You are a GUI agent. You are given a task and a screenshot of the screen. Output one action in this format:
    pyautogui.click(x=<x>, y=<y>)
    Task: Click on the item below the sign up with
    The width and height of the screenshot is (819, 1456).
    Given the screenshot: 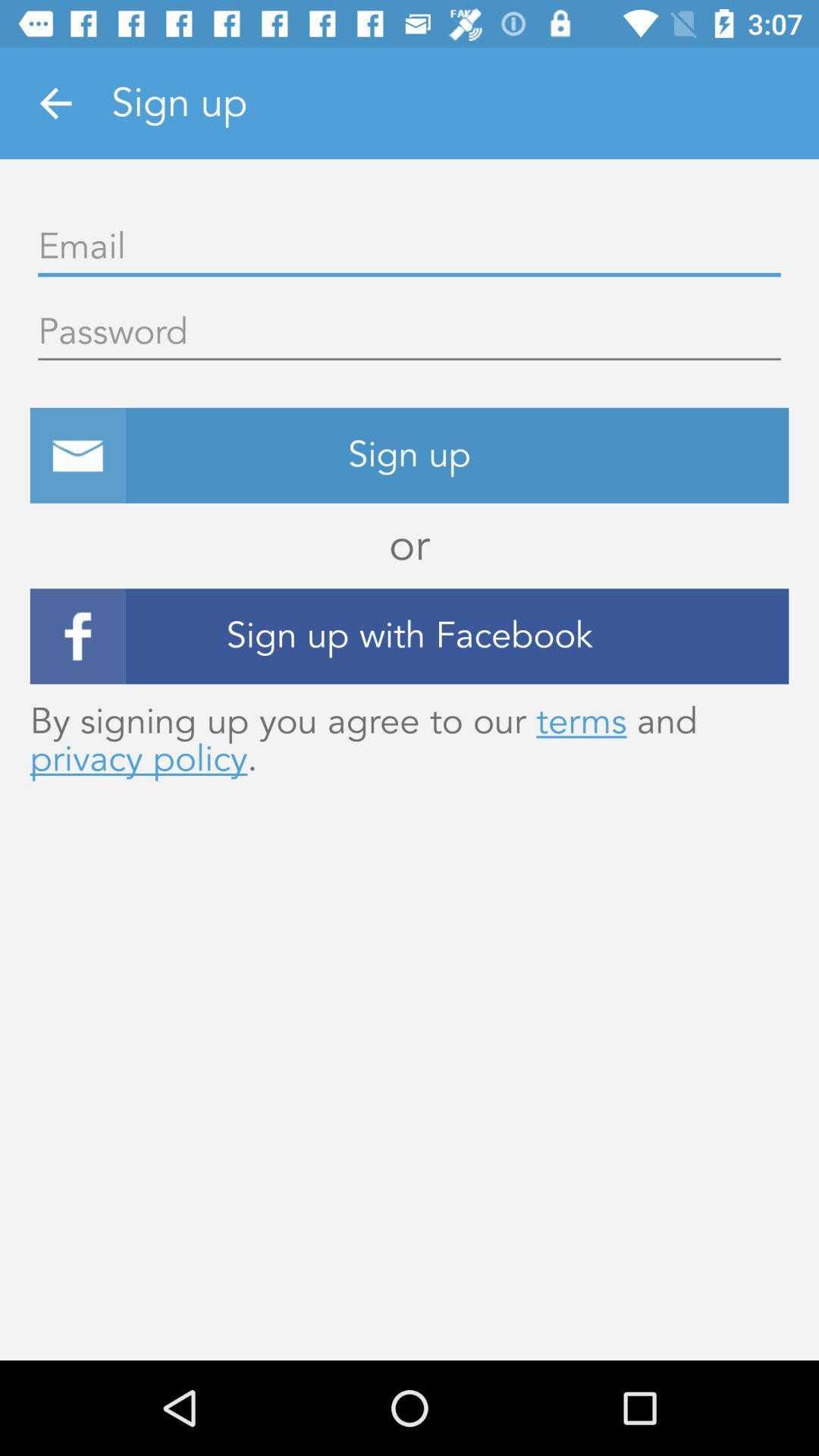 What is the action you would take?
    pyautogui.click(x=409, y=740)
    